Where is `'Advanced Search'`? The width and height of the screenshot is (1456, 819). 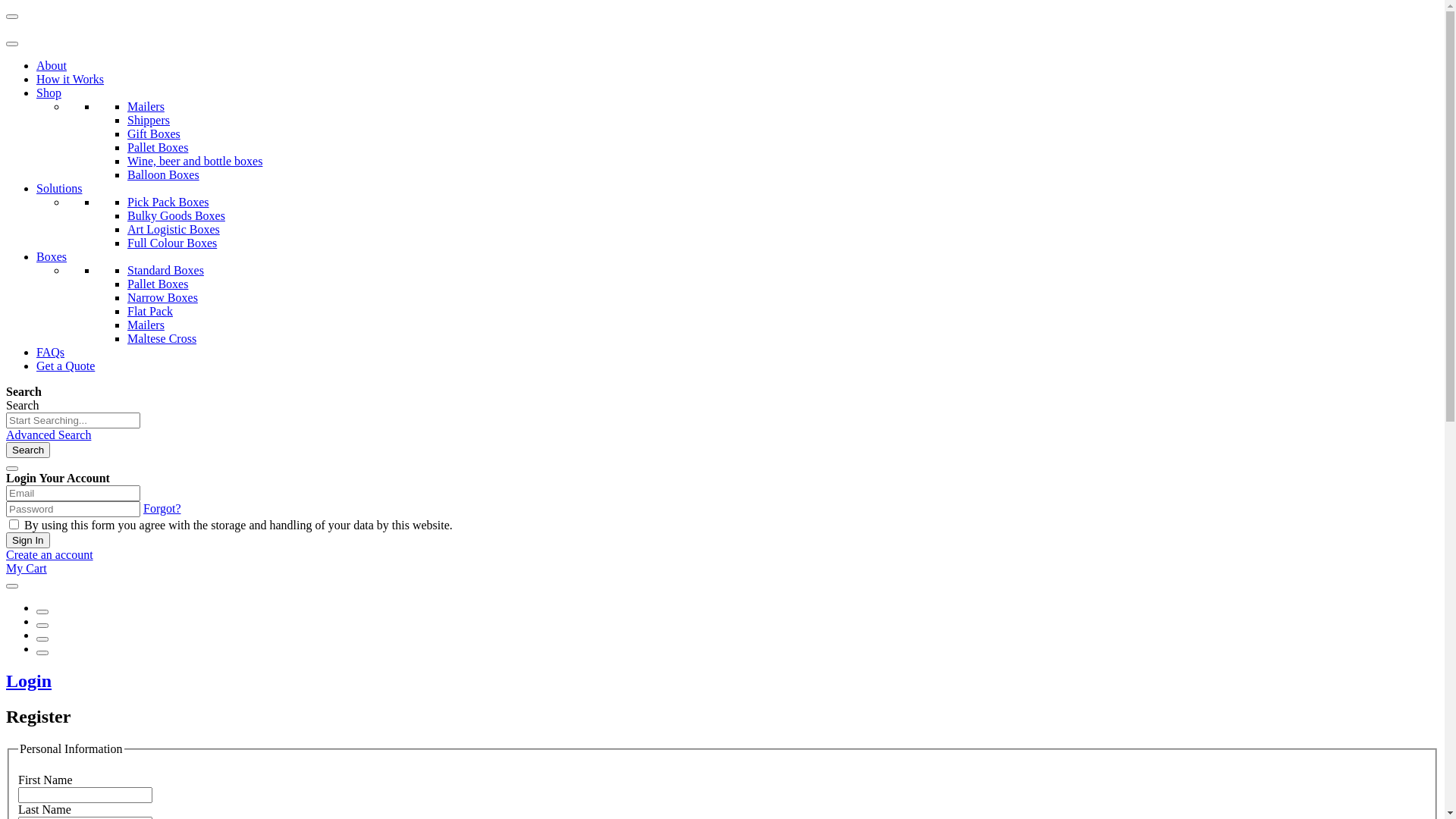
'Advanced Search' is located at coordinates (48, 435).